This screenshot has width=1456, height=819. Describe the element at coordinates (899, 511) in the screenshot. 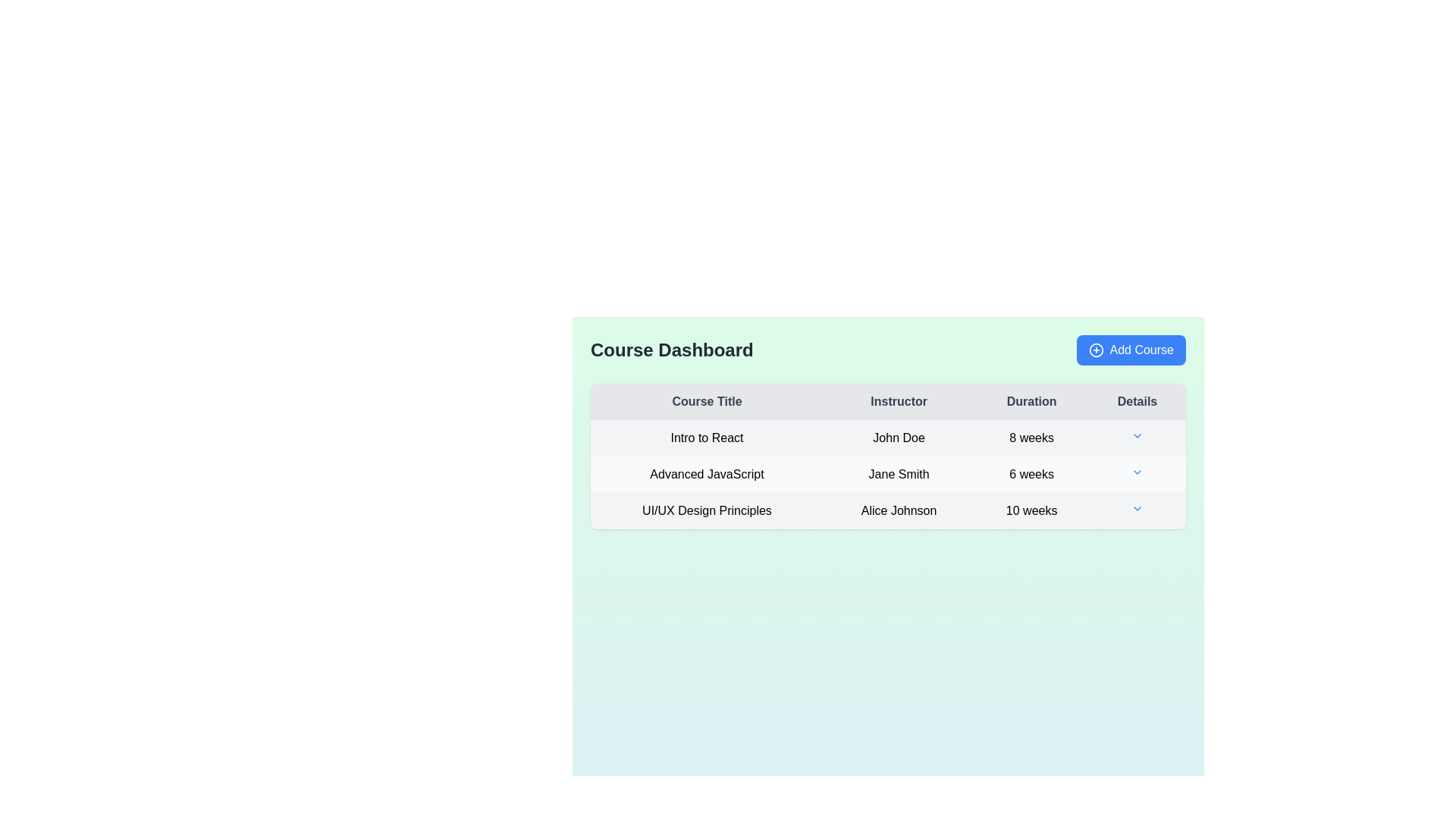

I see `the text label displaying the instructor's name for the course 'UI/UX Design Principles' in the third row of the table` at that location.